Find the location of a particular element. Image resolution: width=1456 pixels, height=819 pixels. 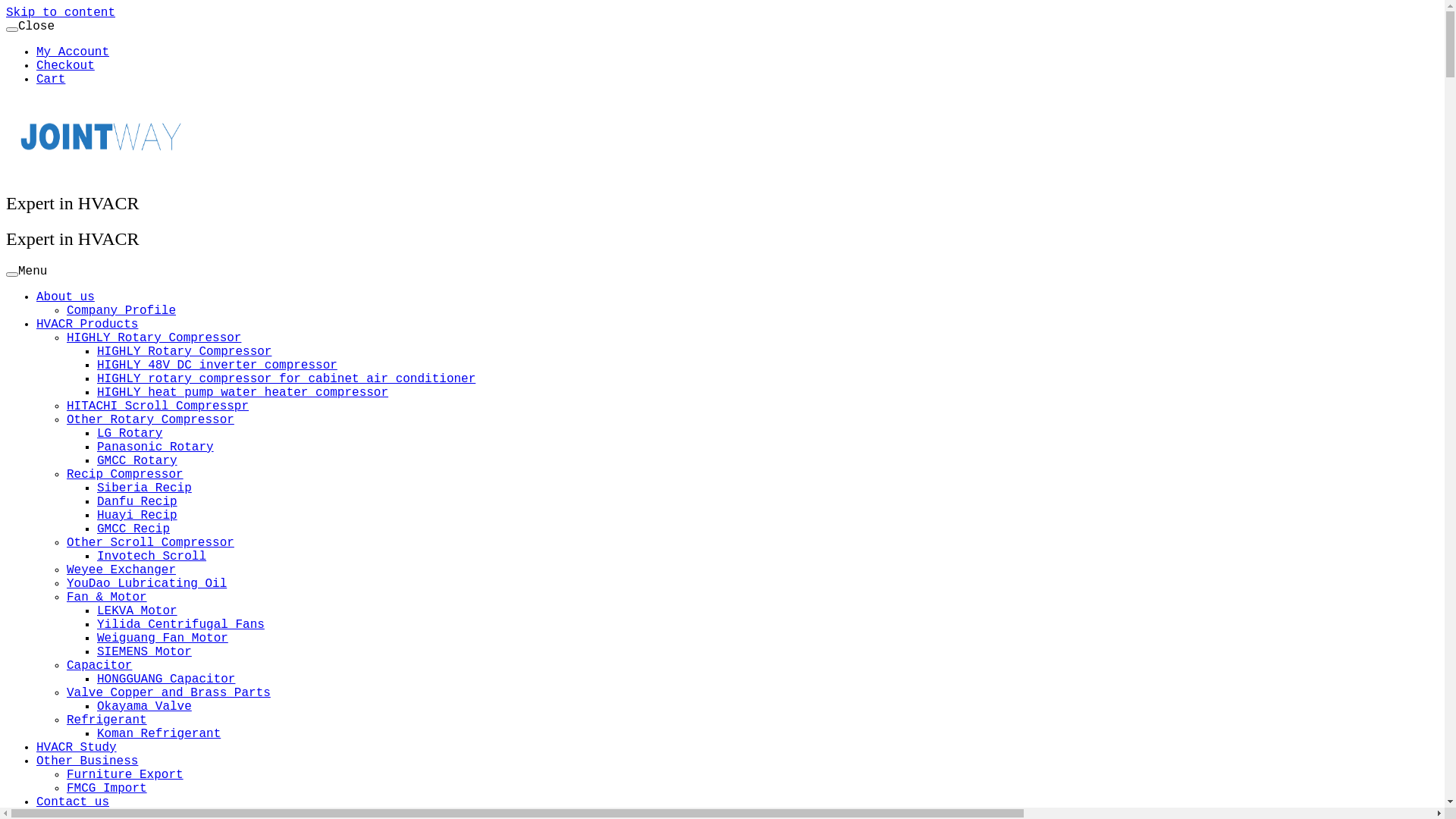

'Skip to content' is located at coordinates (61, 12).